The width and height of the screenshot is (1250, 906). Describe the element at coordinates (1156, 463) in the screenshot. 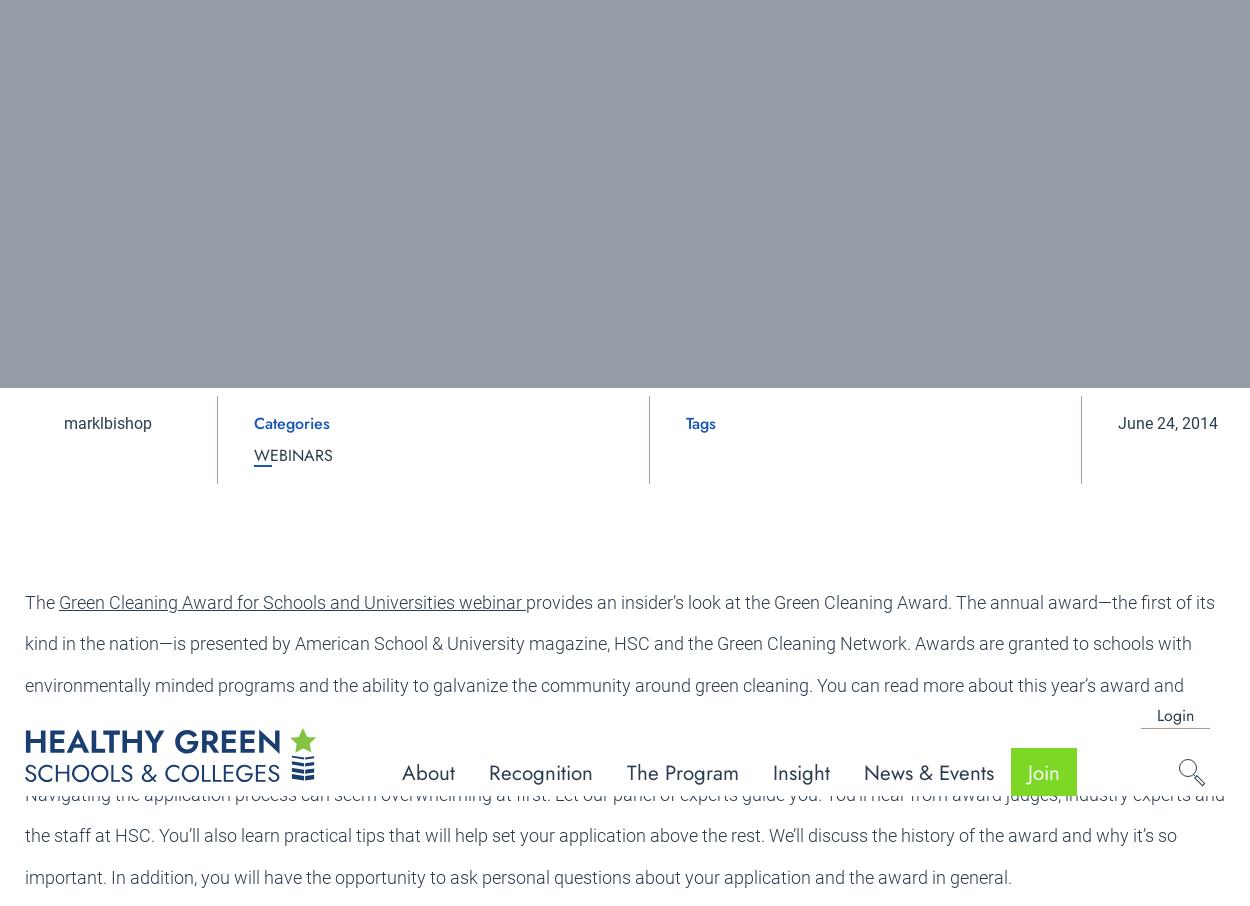

I see `'Follow us'` at that location.